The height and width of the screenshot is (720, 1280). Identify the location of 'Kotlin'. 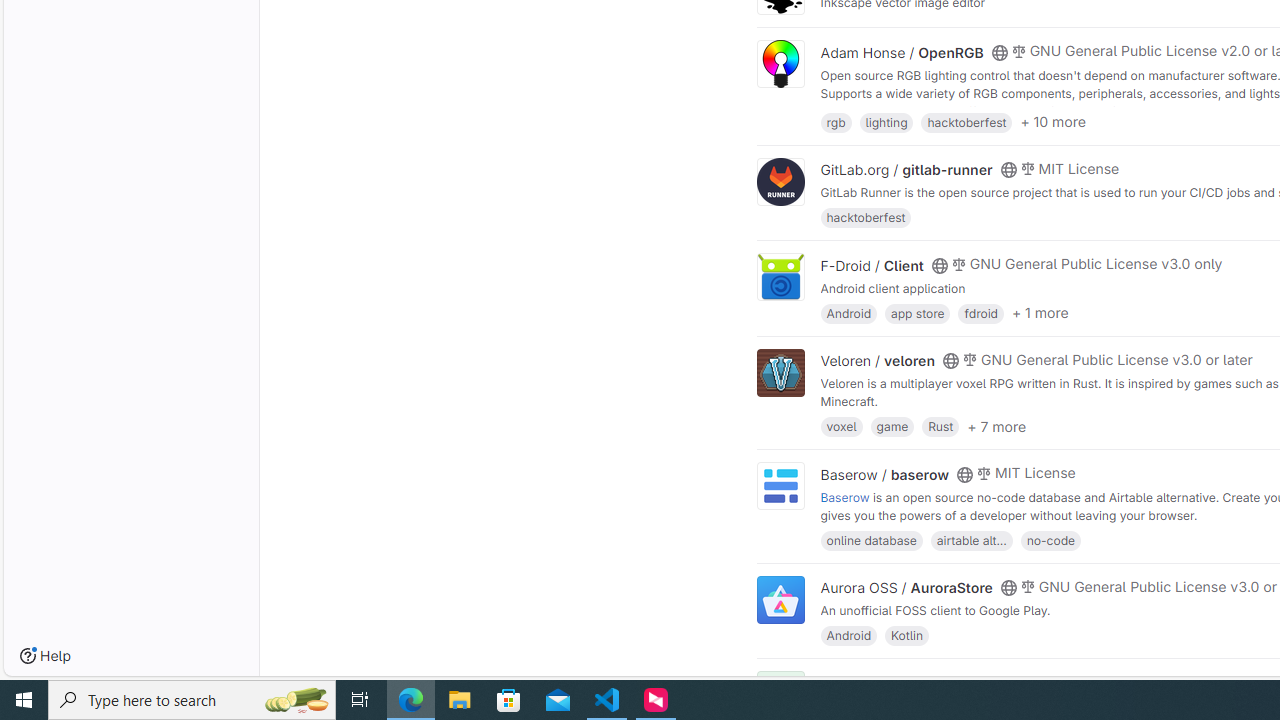
(906, 635).